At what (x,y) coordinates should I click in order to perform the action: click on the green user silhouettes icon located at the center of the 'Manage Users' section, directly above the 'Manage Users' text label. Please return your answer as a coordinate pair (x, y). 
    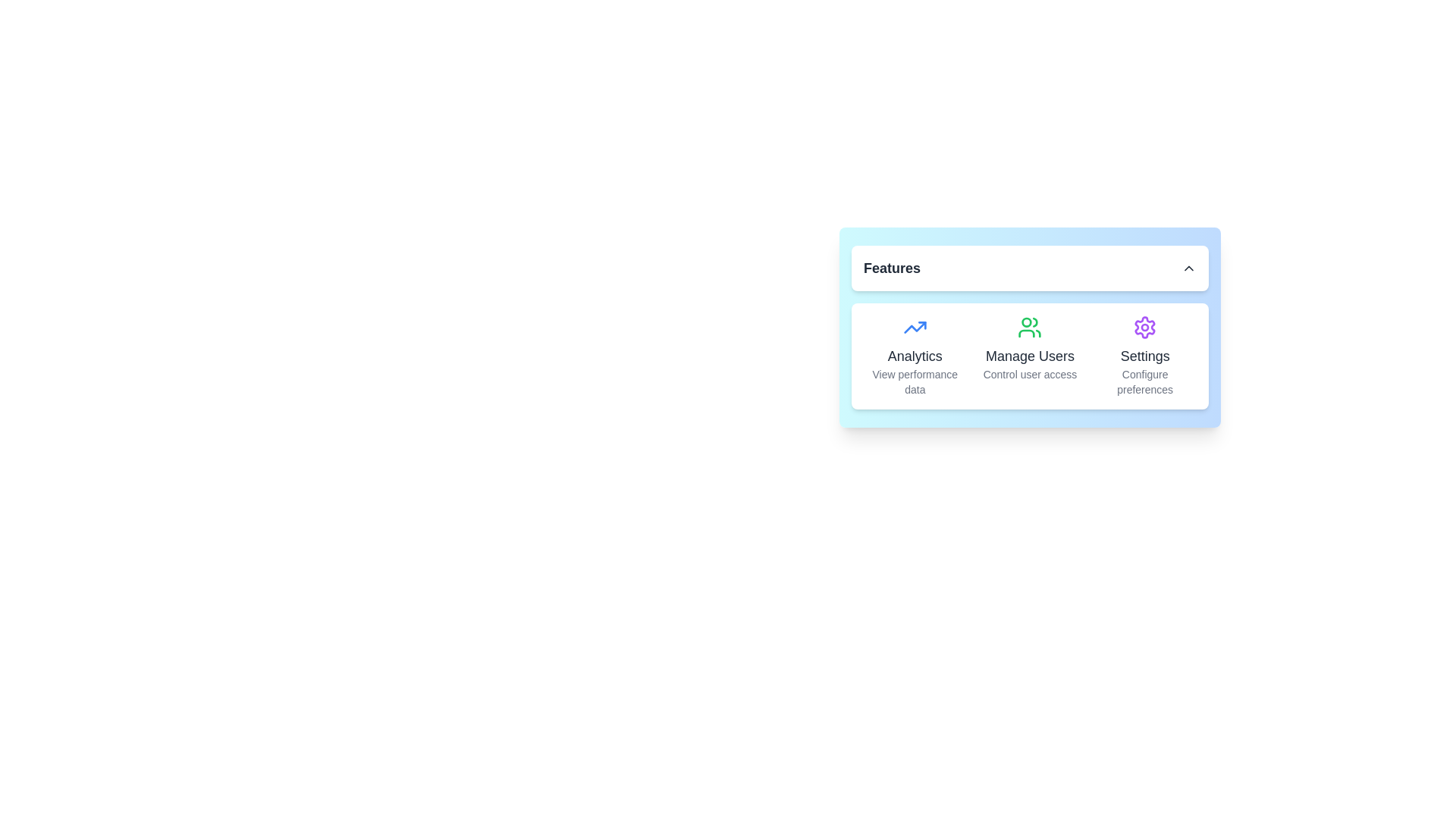
    Looking at the image, I should click on (1030, 327).